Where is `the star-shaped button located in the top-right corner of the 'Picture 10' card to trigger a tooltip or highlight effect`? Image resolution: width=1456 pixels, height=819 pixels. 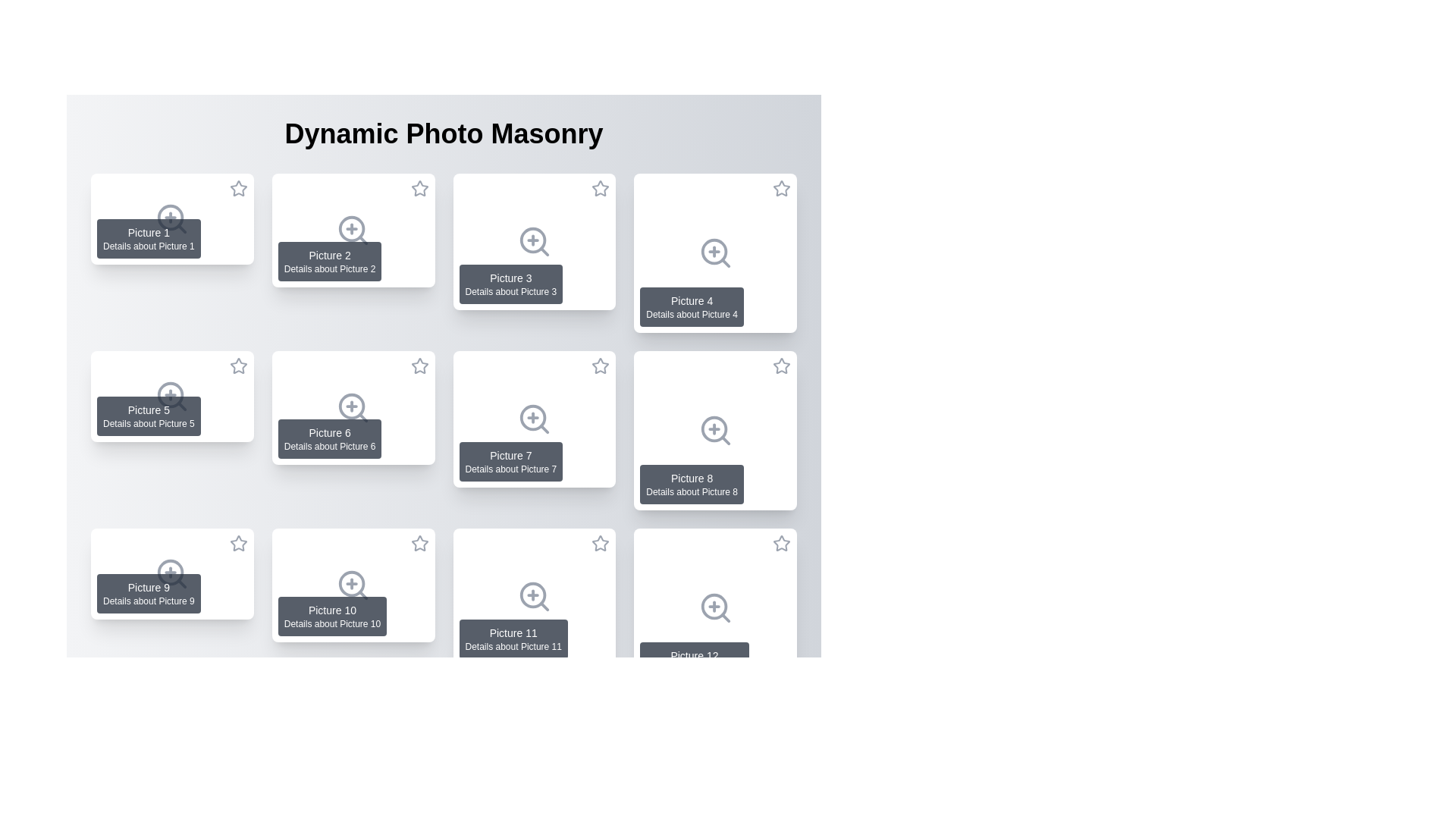 the star-shaped button located in the top-right corner of the 'Picture 10' card to trigger a tooltip or highlight effect is located at coordinates (419, 542).